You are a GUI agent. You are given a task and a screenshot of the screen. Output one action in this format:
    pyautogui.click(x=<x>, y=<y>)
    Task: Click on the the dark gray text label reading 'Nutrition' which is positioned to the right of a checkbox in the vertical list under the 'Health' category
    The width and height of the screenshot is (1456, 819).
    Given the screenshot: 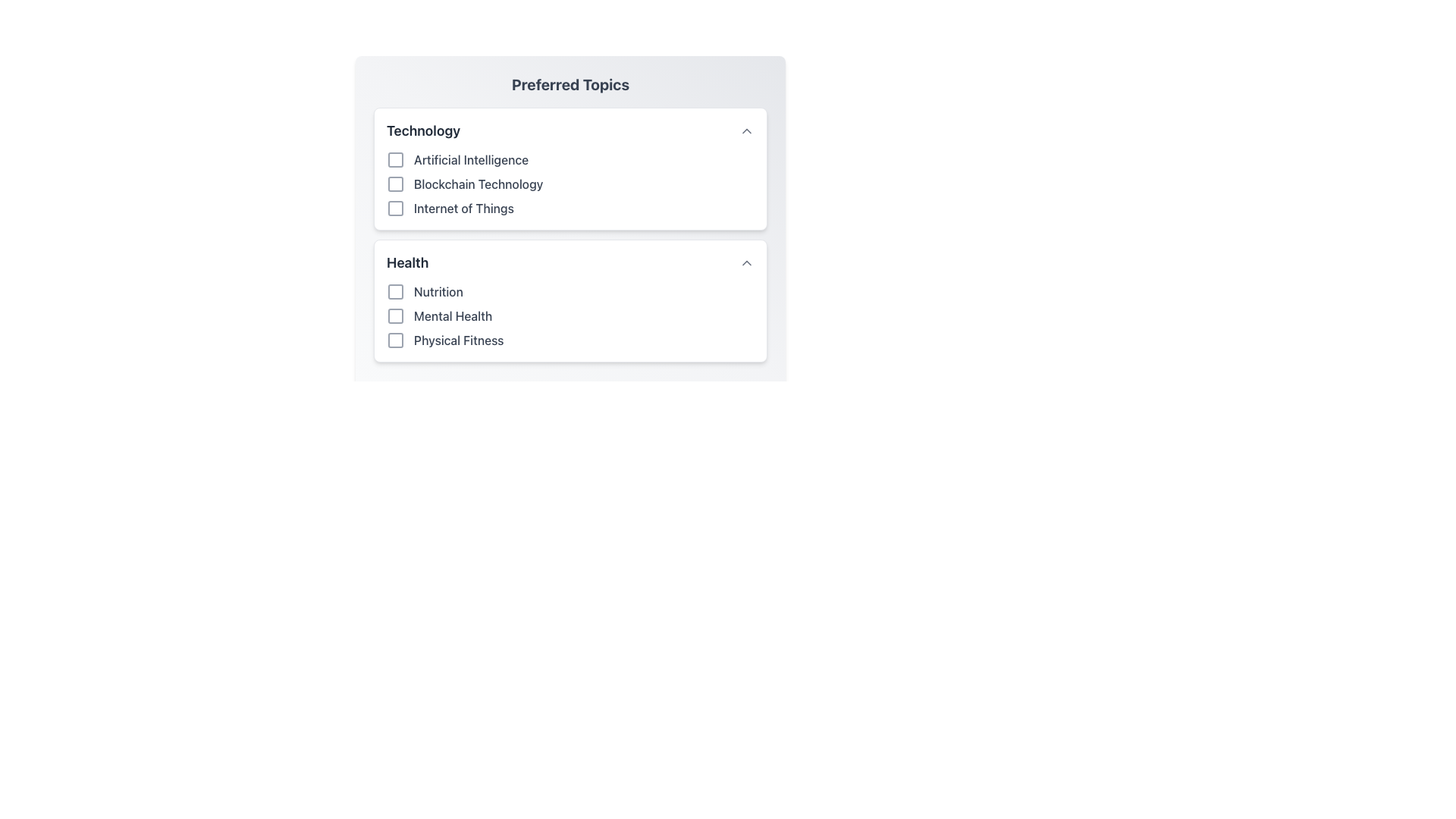 What is the action you would take?
    pyautogui.click(x=438, y=292)
    